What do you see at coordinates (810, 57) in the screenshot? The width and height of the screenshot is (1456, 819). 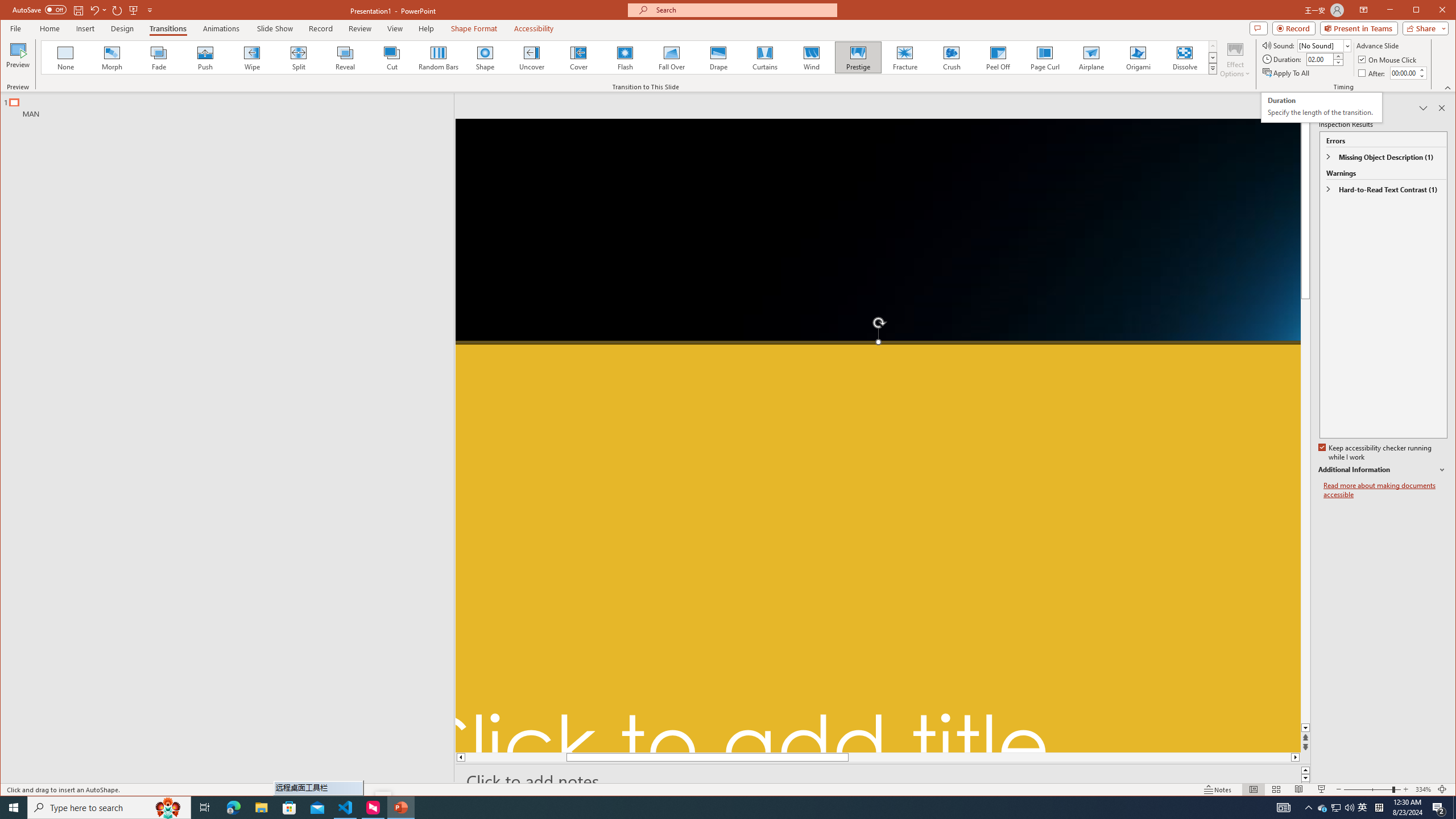 I see `'Wind'` at bounding box center [810, 57].